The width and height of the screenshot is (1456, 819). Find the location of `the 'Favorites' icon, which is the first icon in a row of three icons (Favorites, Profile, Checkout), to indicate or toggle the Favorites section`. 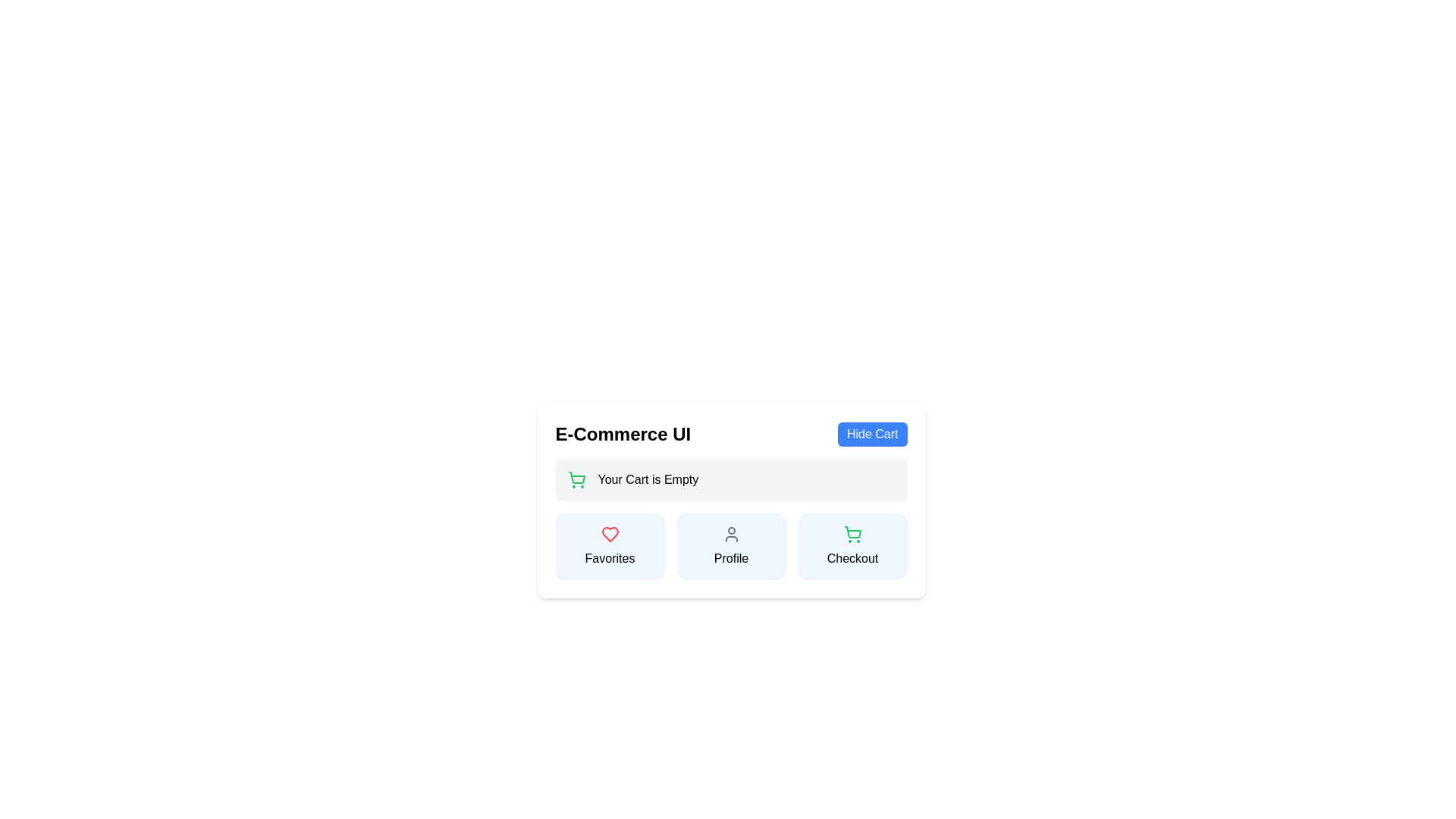

the 'Favorites' icon, which is the first icon in a row of three icons (Favorites, Profile, Checkout), to indicate or toggle the Favorites section is located at coordinates (610, 534).